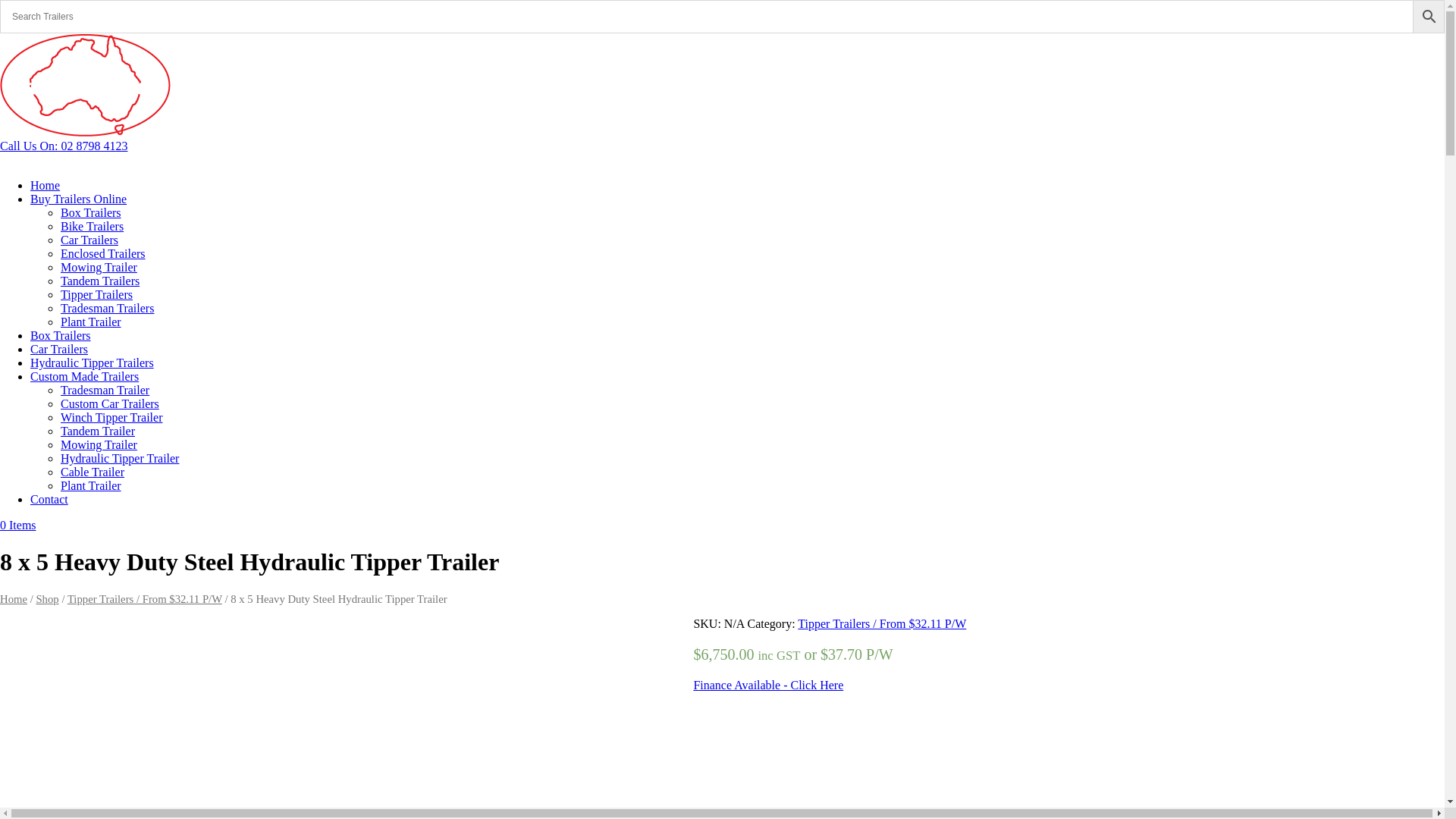 Image resolution: width=1456 pixels, height=819 pixels. What do you see at coordinates (98, 266) in the screenshot?
I see `'Mowing Trailer'` at bounding box center [98, 266].